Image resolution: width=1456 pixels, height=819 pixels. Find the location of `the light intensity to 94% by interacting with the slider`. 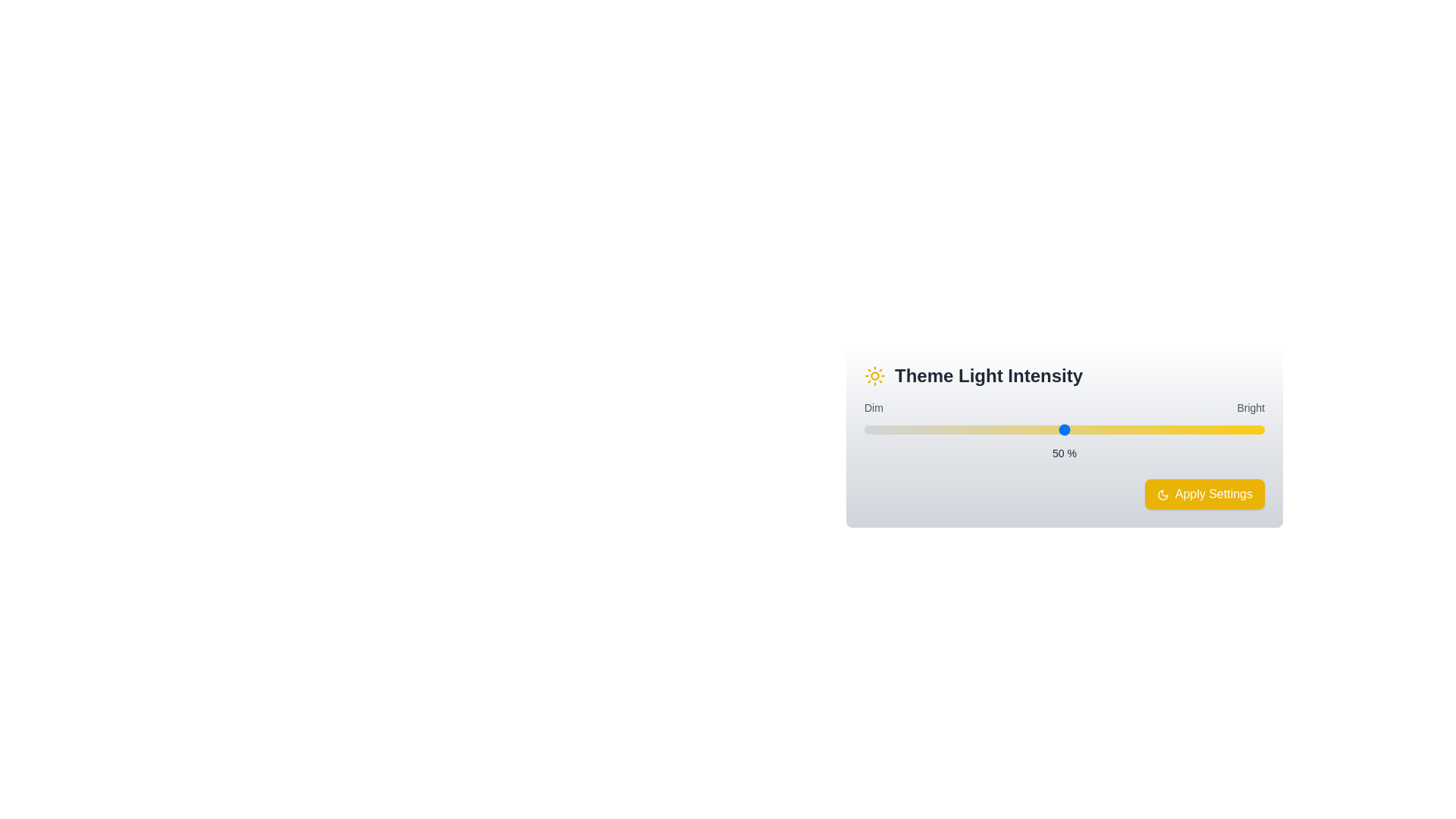

the light intensity to 94% by interacting with the slider is located at coordinates (1241, 430).